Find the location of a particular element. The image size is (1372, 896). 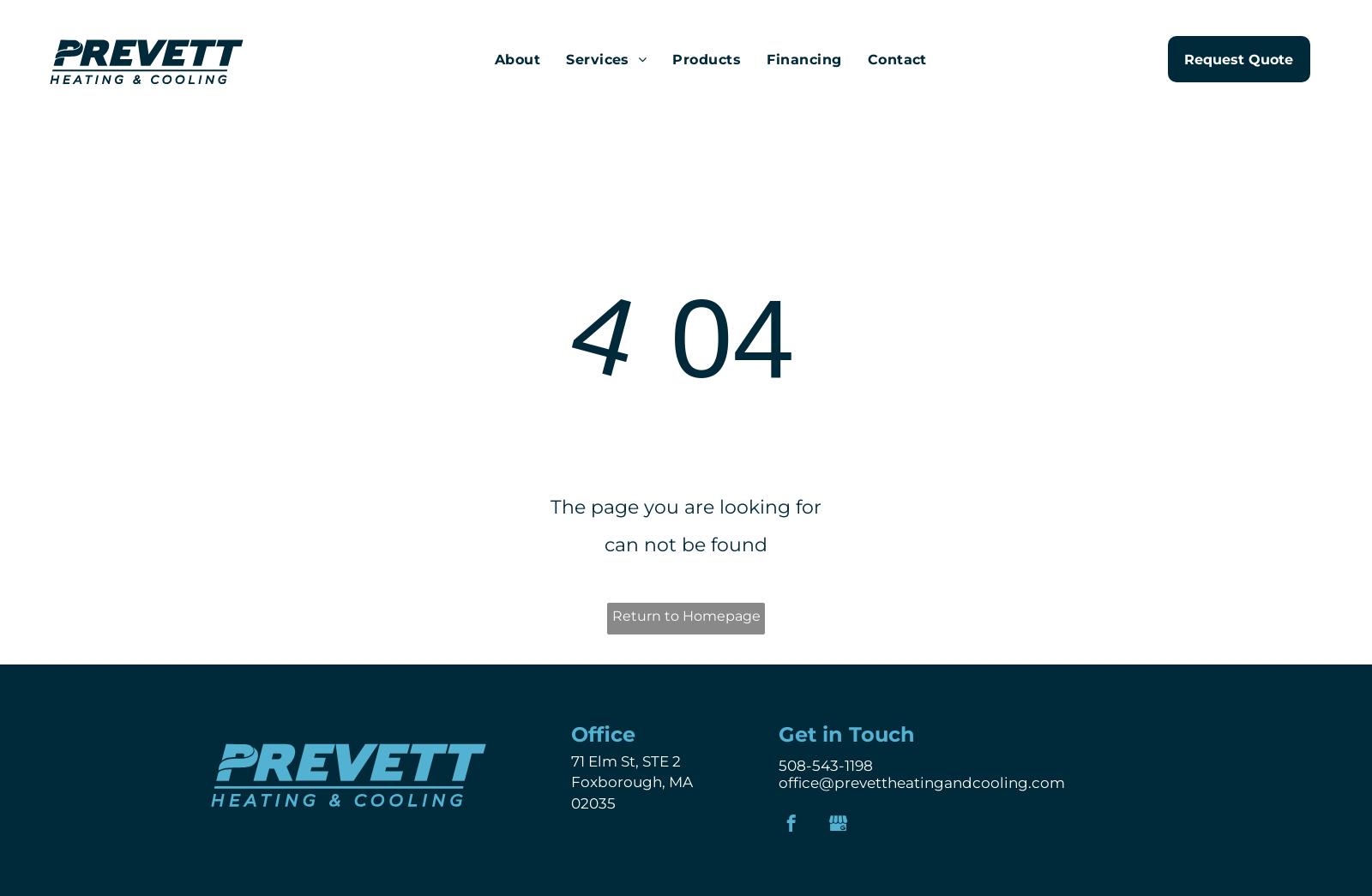

'About' is located at coordinates (517, 59).